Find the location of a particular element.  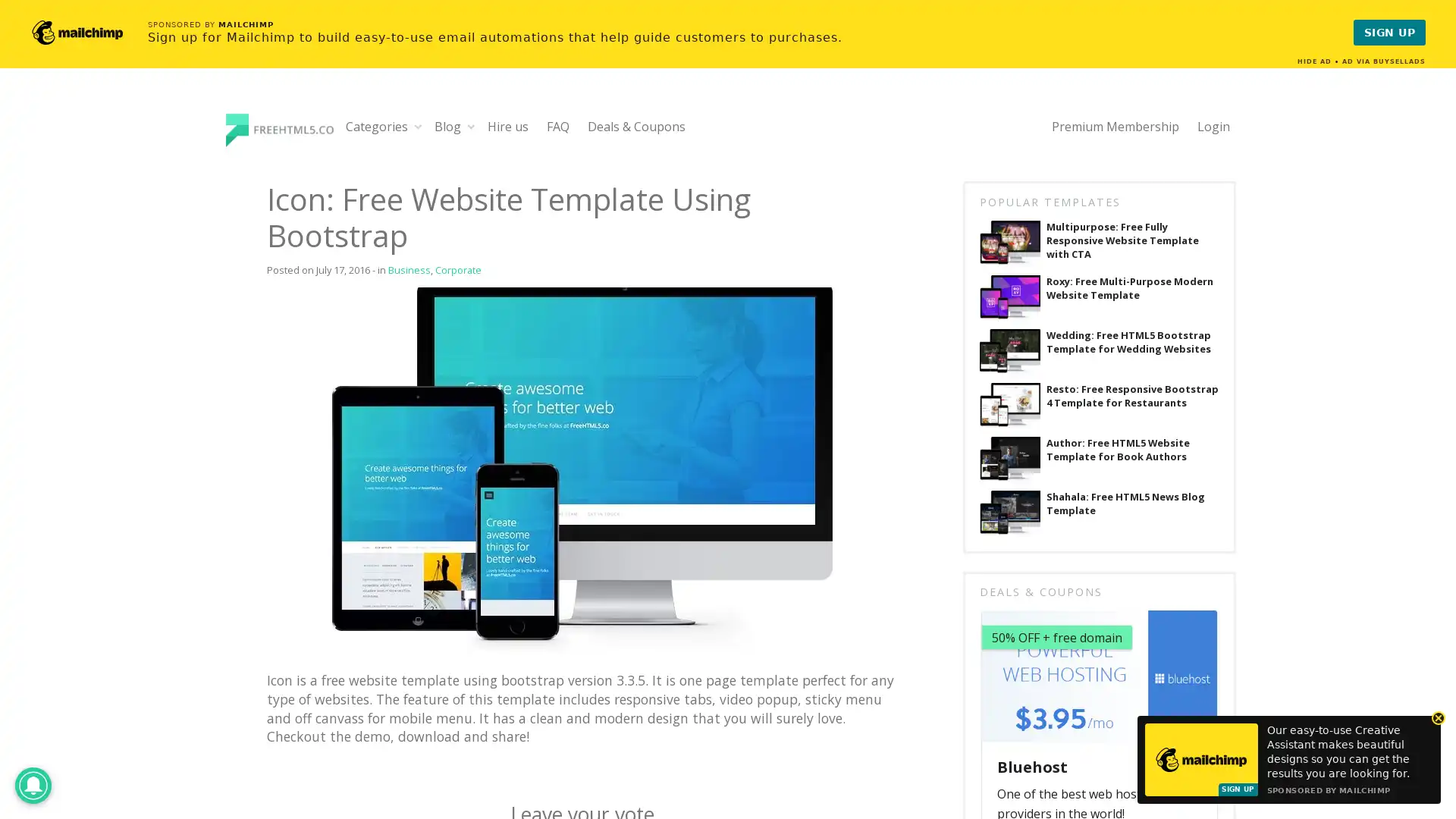

Expand child menu is located at coordinates (418, 125).